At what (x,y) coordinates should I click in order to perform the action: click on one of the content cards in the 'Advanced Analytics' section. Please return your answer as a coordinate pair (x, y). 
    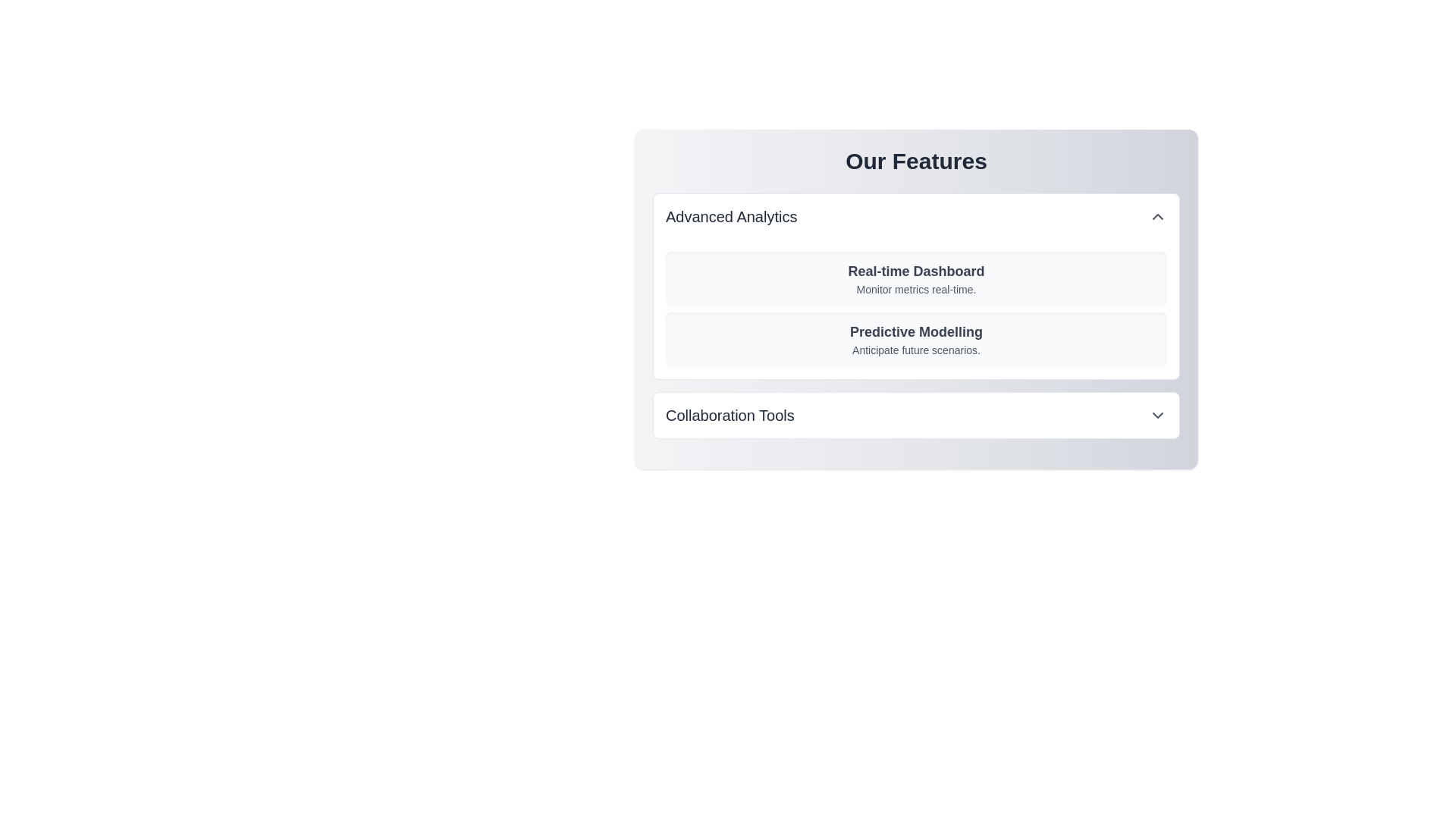
    Looking at the image, I should click on (915, 287).